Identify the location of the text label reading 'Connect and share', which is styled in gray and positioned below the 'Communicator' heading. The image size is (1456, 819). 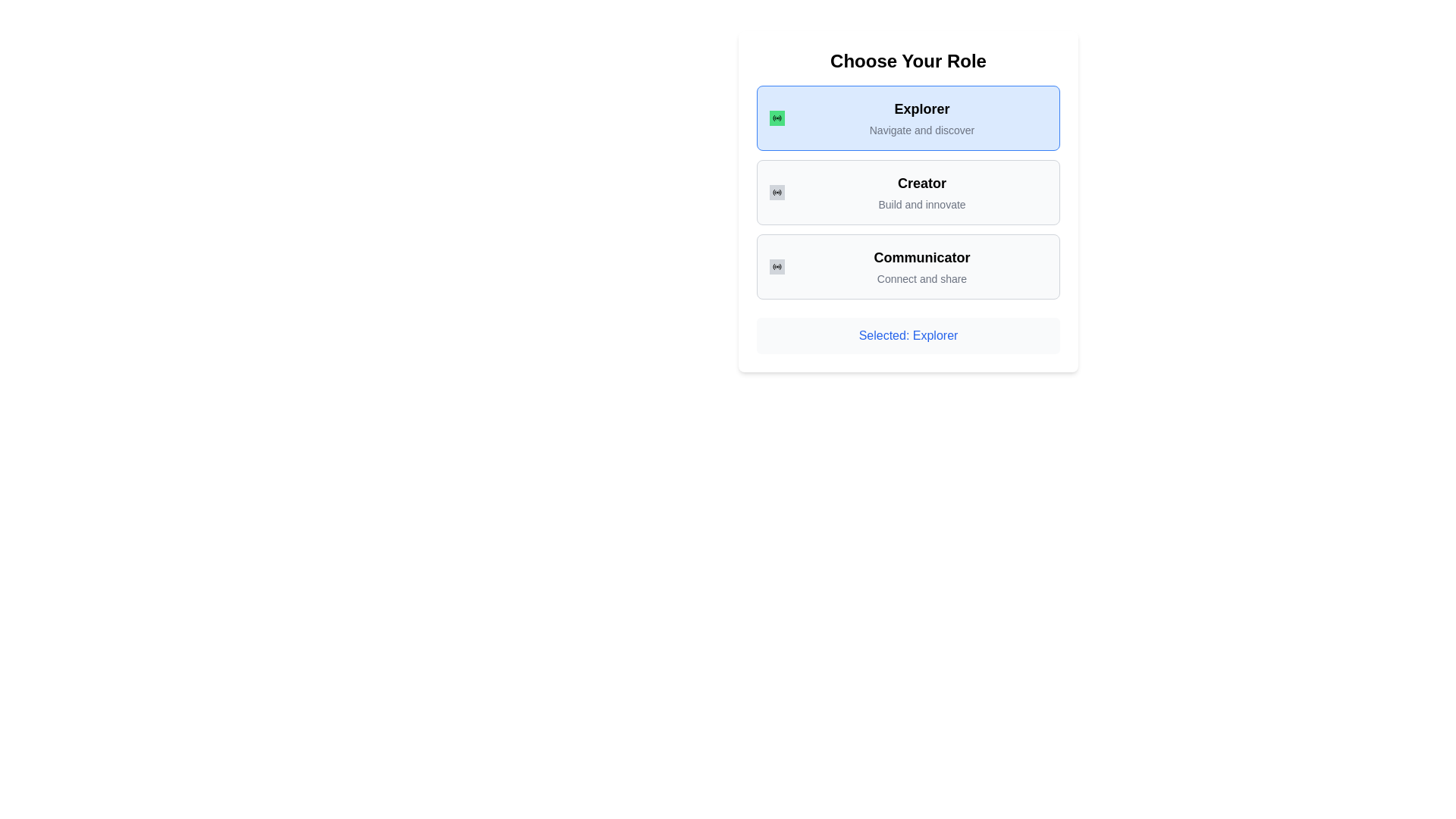
(921, 278).